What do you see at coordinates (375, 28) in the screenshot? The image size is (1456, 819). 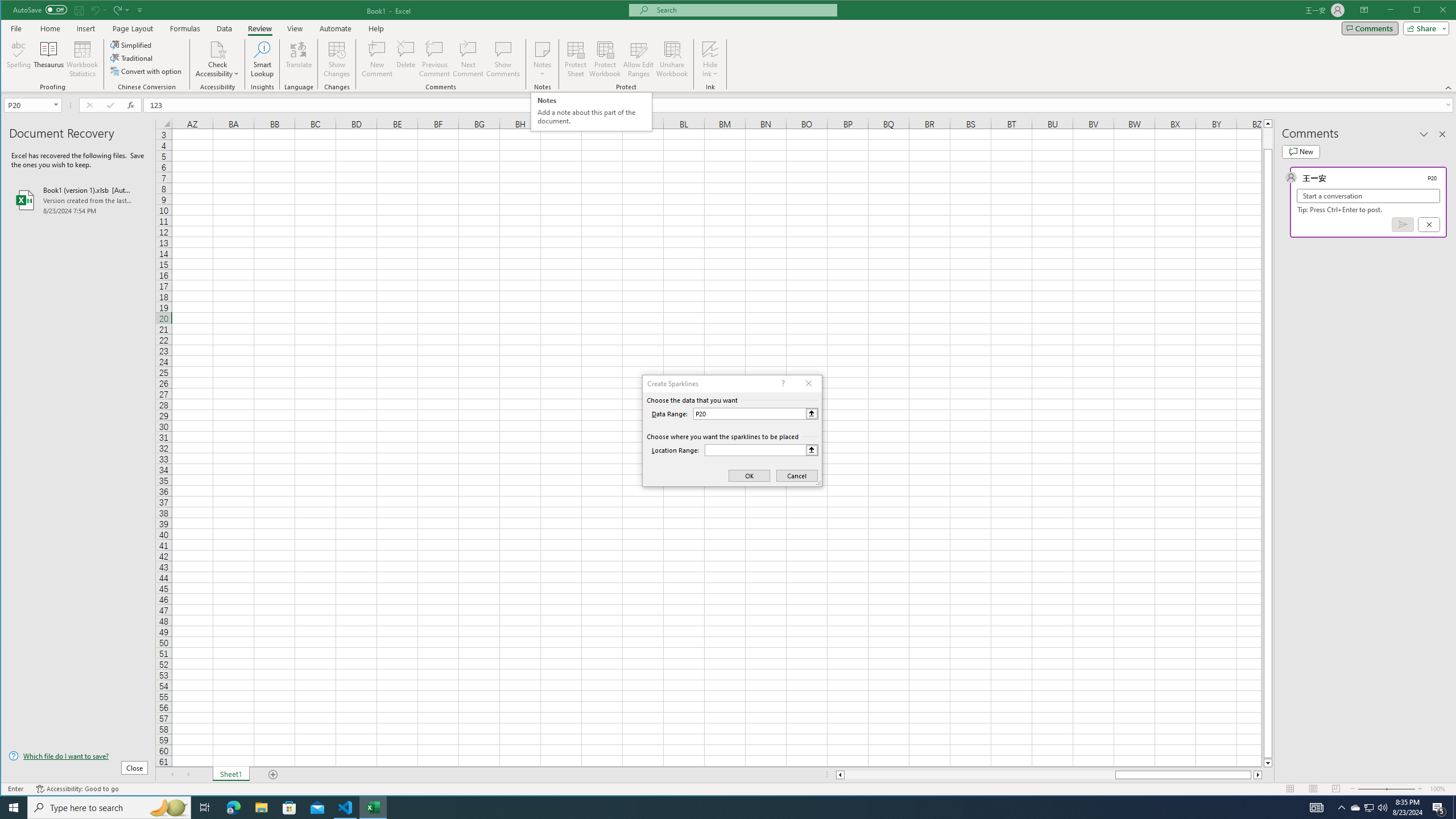 I see `'Help'` at bounding box center [375, 28].